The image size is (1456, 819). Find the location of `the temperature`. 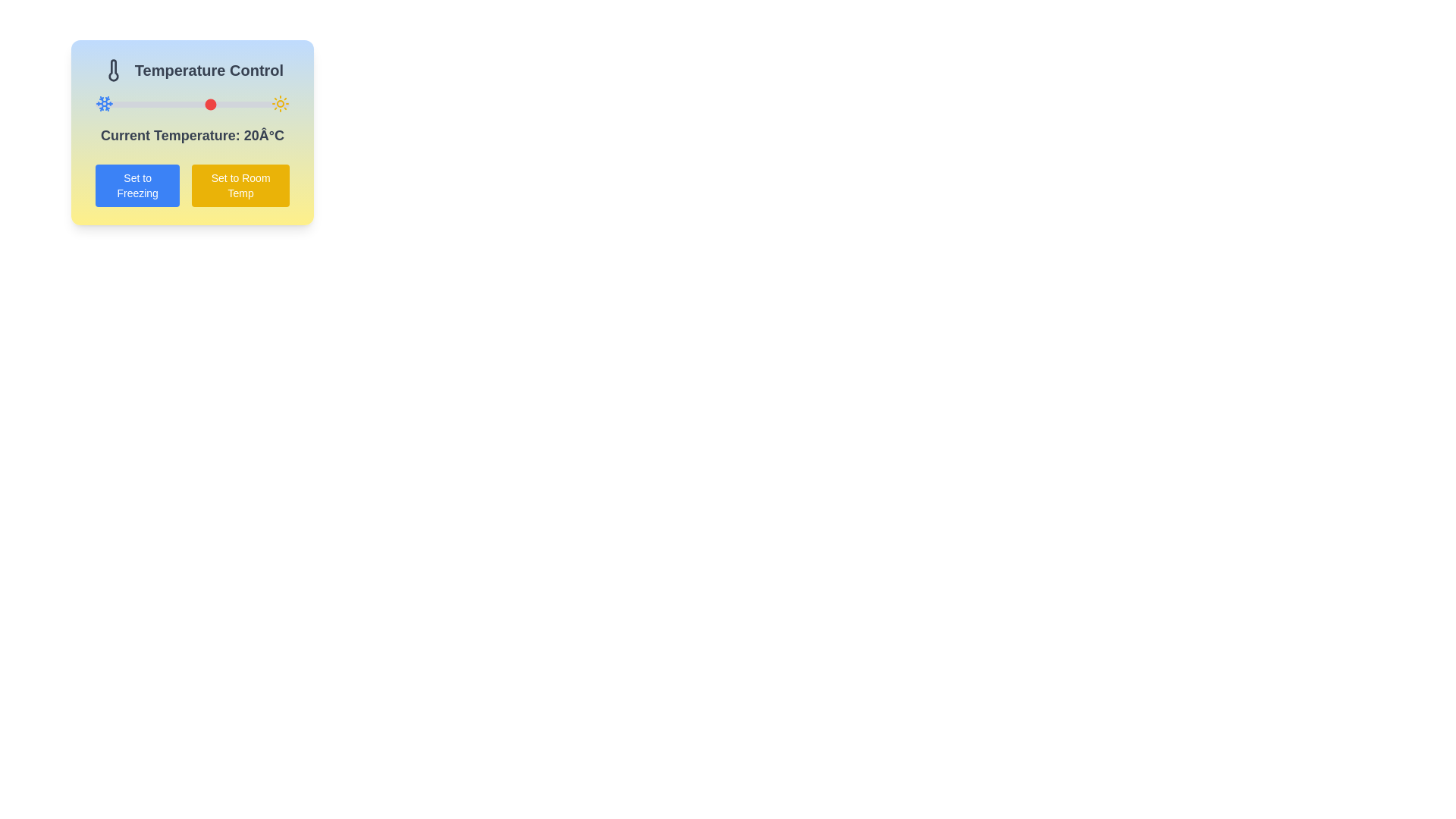

the temperature is located at coordinates (122, 104).